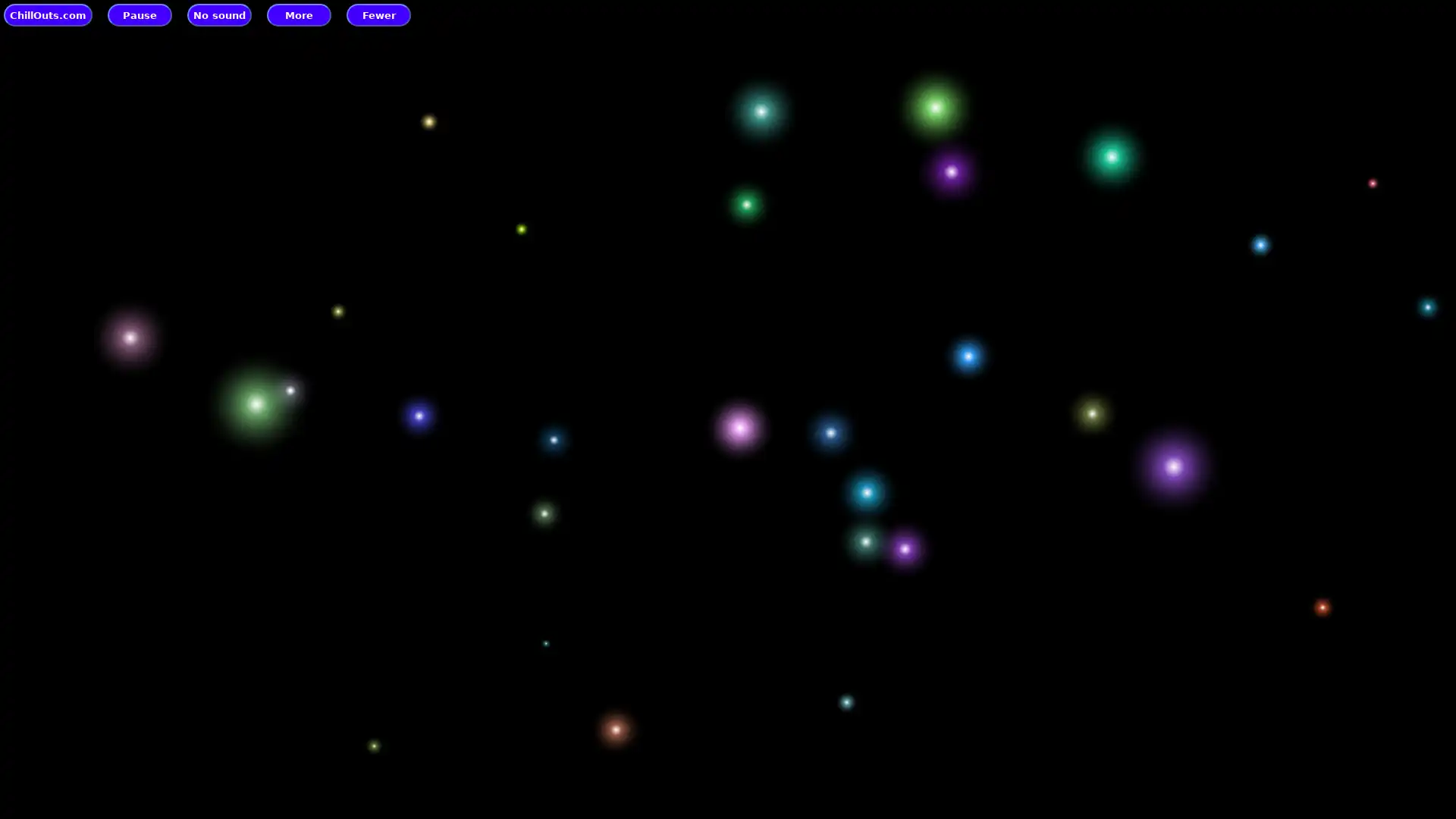 This screenshot has width=1456, height=819. What do you see at coordinates (218, 14) in the screenshot?
I see `No sound` at bounding box center [218, 14].